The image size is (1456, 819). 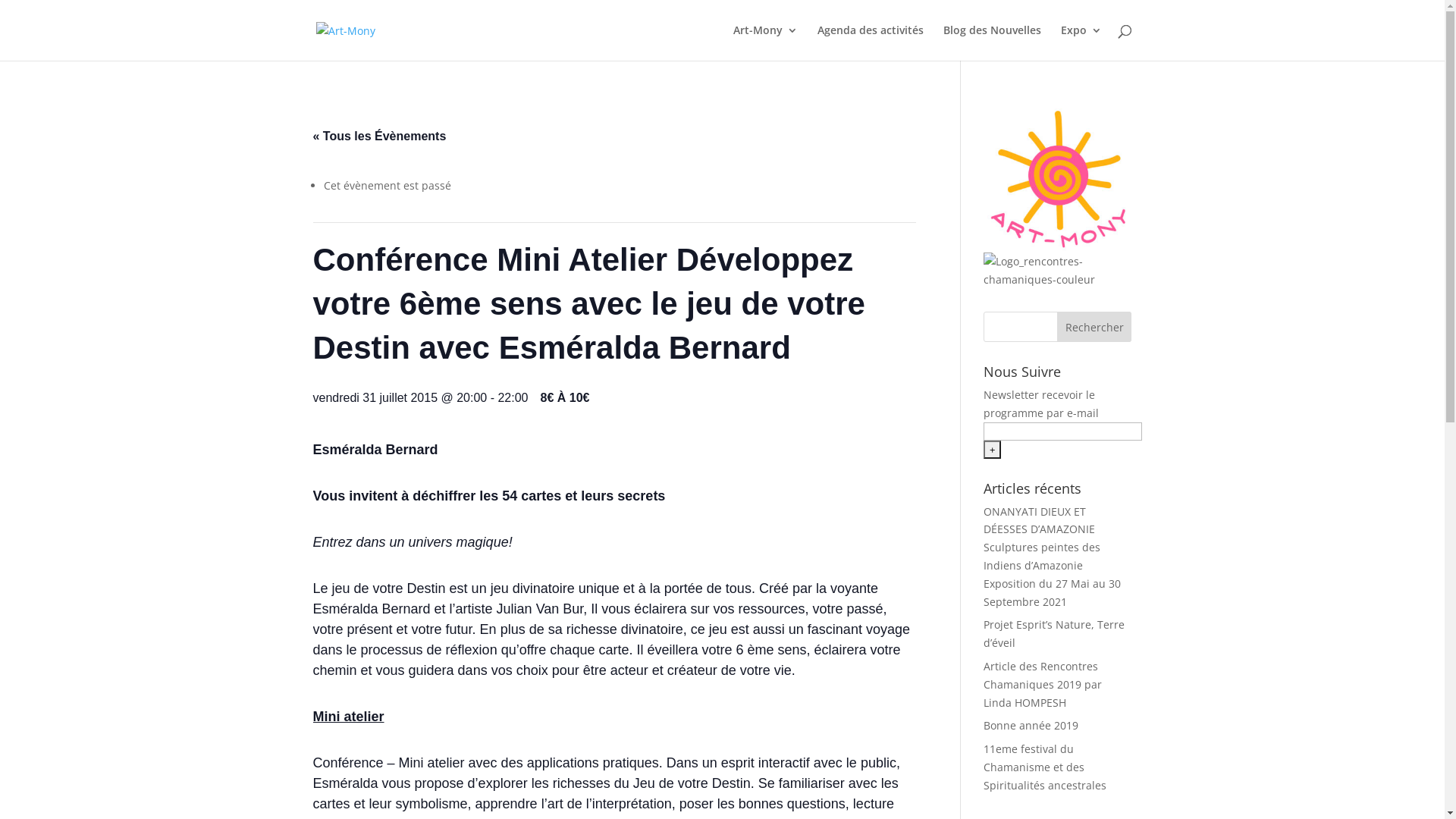 What do you see at coordinates (992, 449) in the screenshot?
I see `'+'` at bounding box center [992, 449].